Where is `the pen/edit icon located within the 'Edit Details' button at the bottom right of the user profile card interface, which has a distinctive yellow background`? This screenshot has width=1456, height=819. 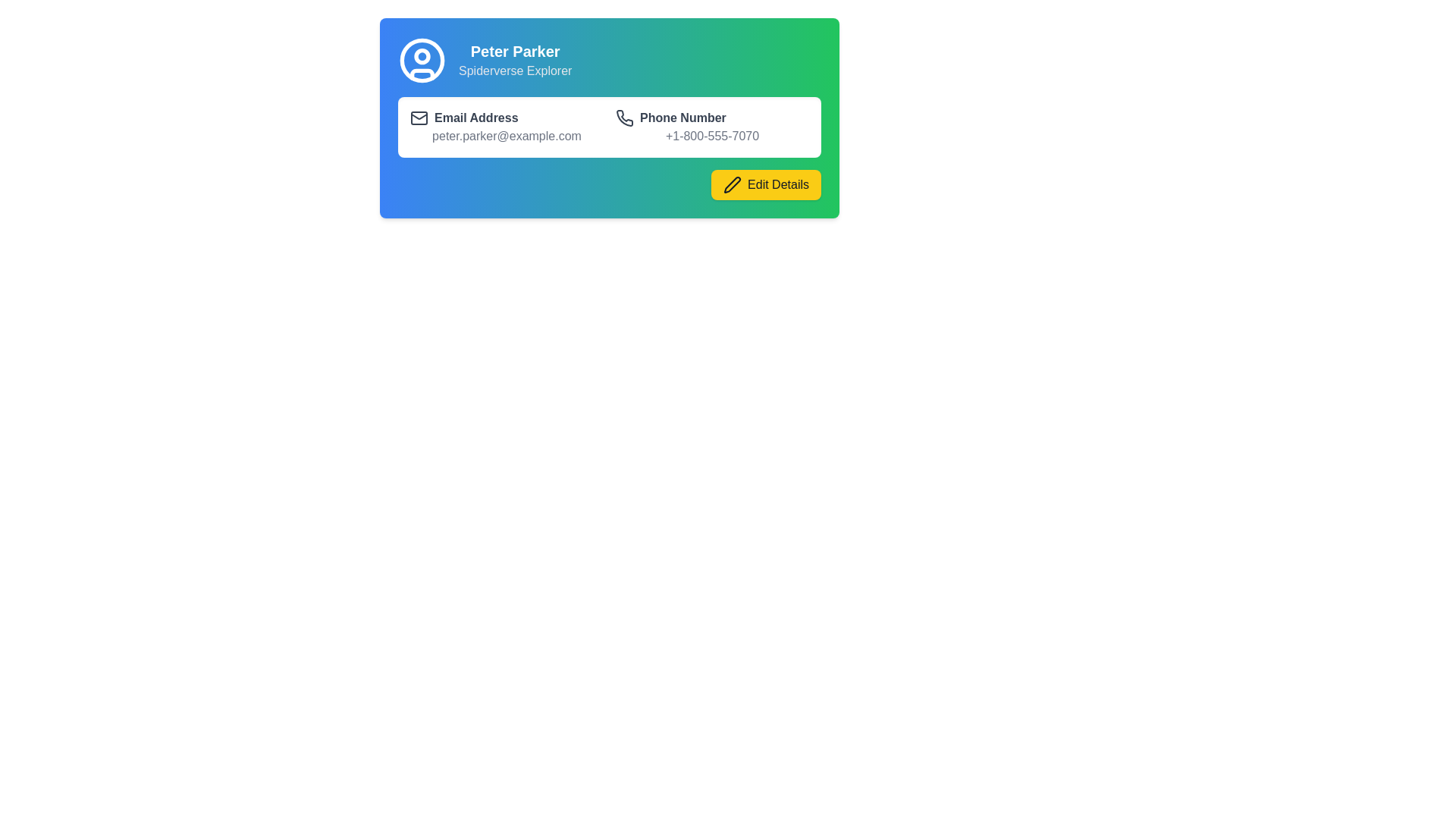
the pen/edit icon located within the 'Edit Details' button at the bottom right of the user profile card interface, which has a distinctive yellow background is located at coordinates (733, 184).